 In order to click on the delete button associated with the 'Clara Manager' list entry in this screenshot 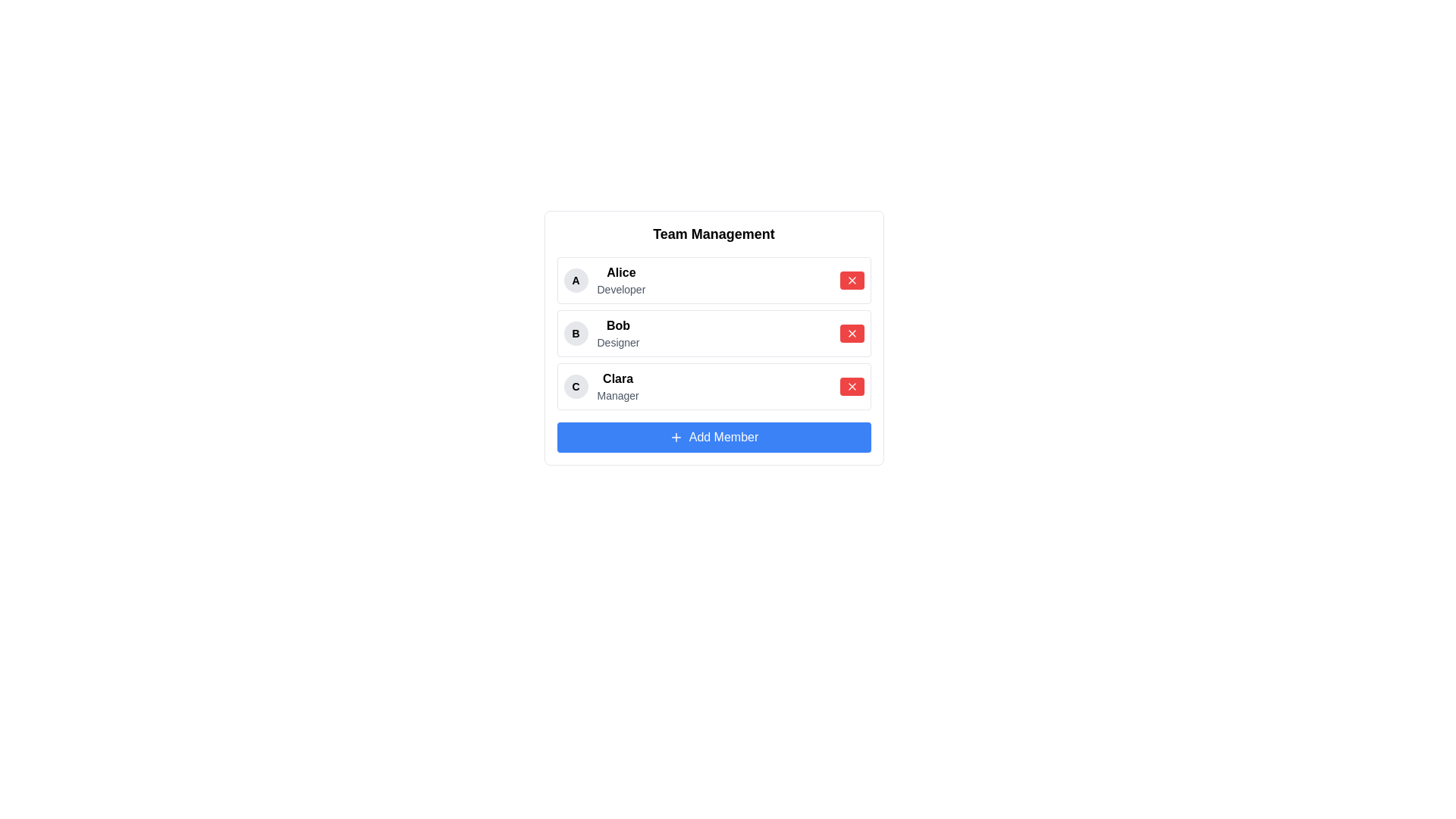, I will do `click(852, 385)`.